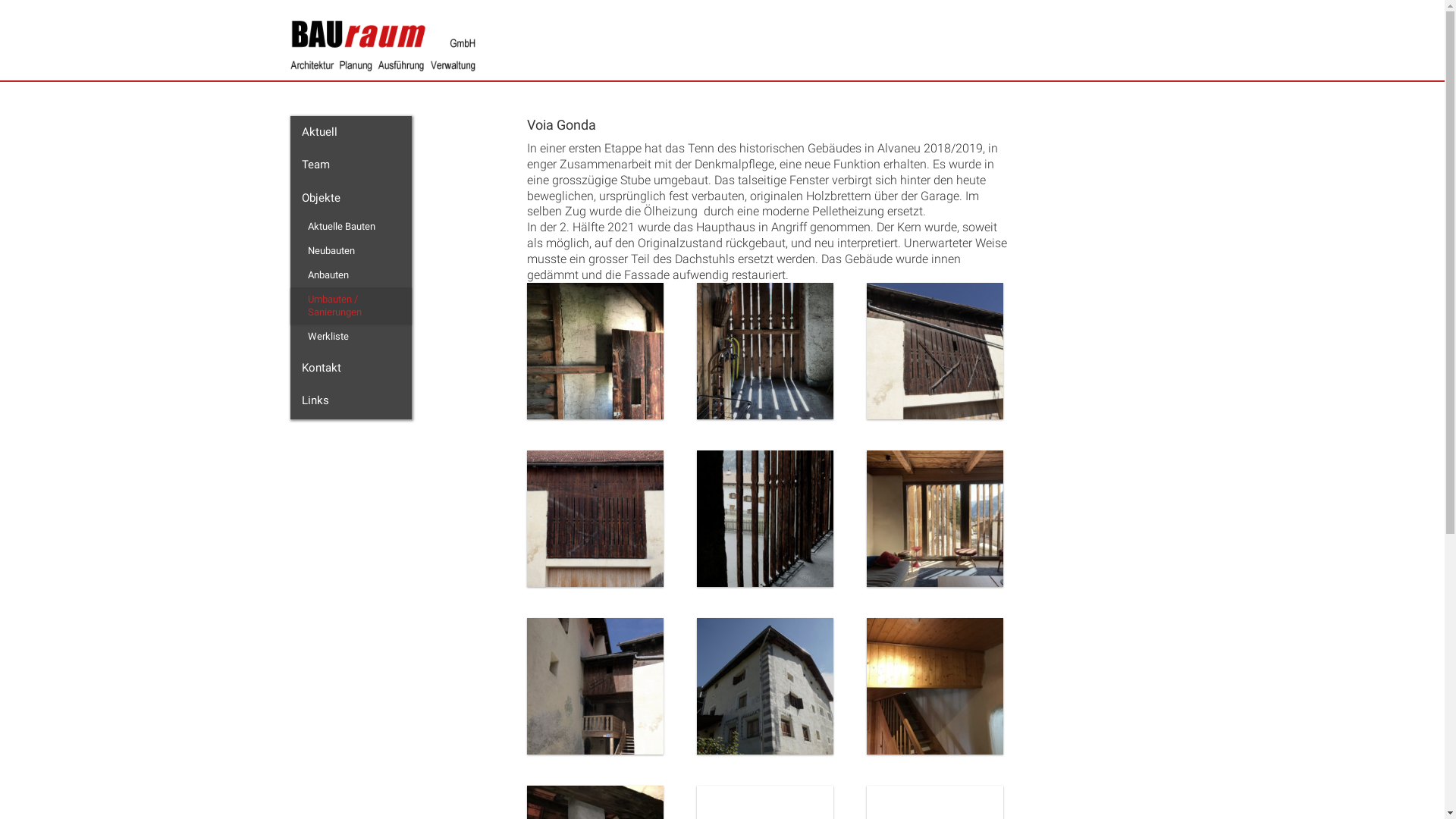 This screenshot has width=1456, height=819. Describe the element at coordinates (349, 131) in the screenshot. I see `'Aktuell'` at that location.